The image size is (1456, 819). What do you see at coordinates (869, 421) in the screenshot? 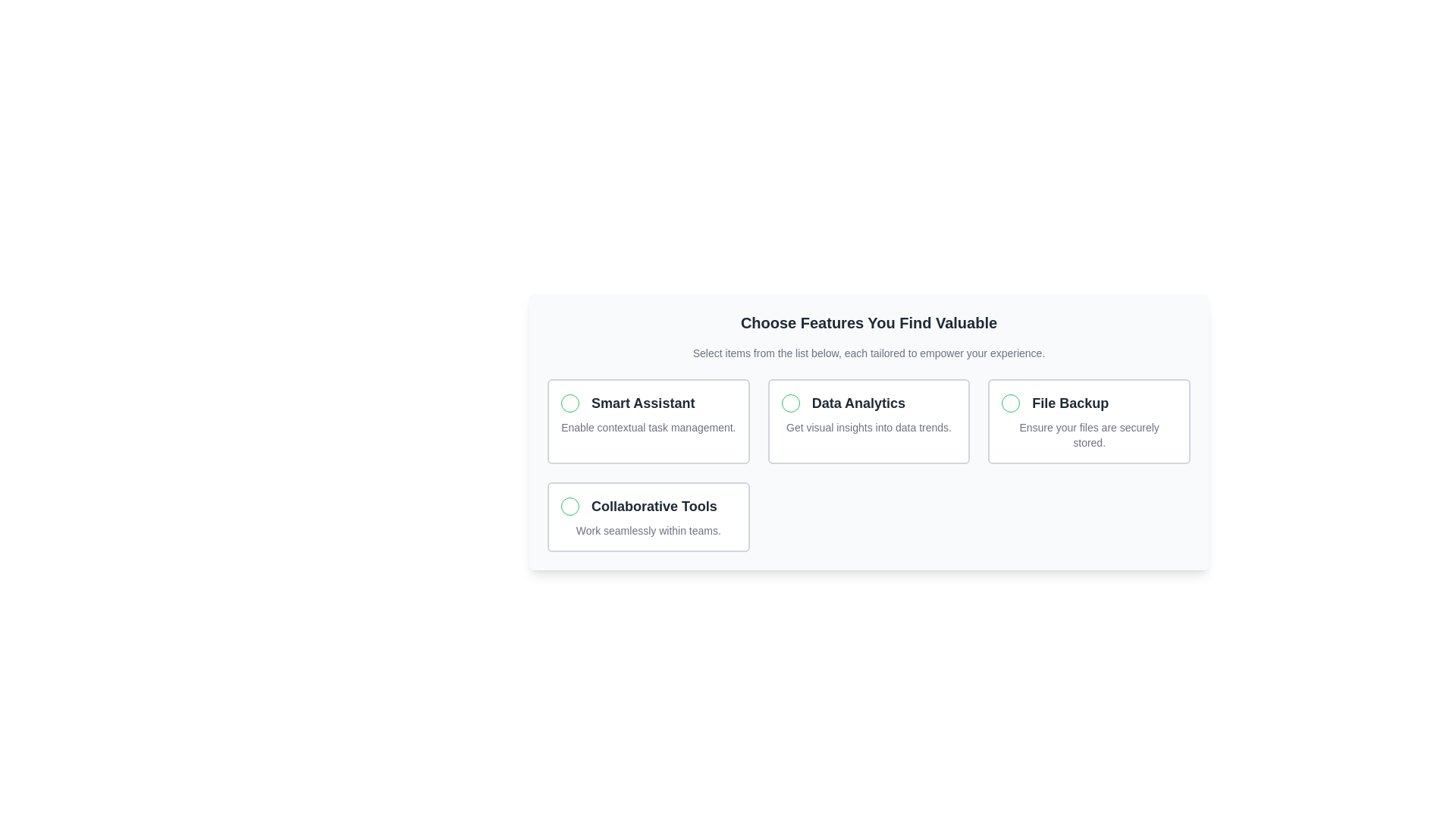
I see `the feature Data Analytics` at bounding box center [869, 421].